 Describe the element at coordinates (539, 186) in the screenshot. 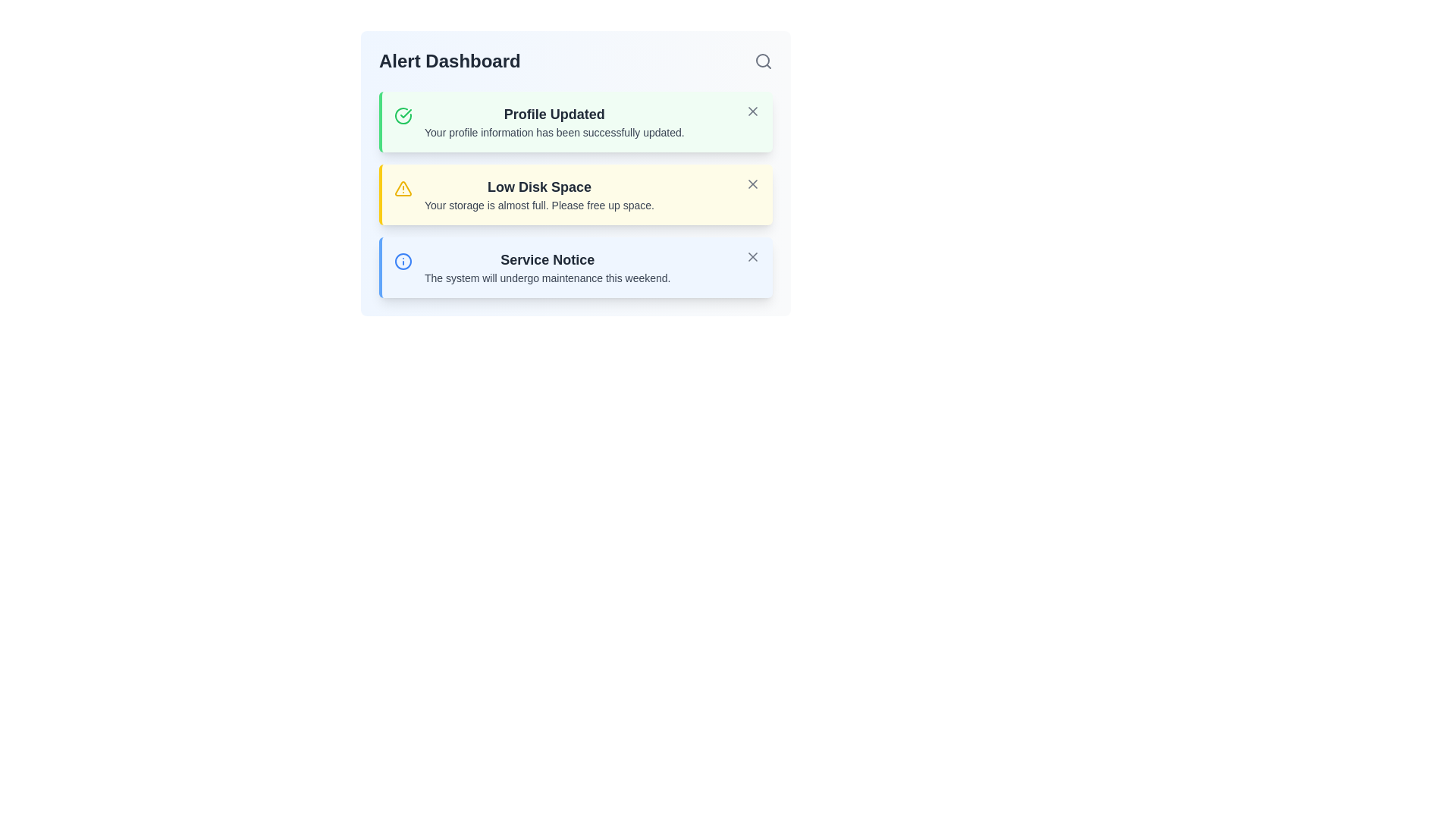

I see `the 'Low Disk Space' text label, which is a bold heading in a yellow alert box, positioned above a smaller descriptive text` at that location.